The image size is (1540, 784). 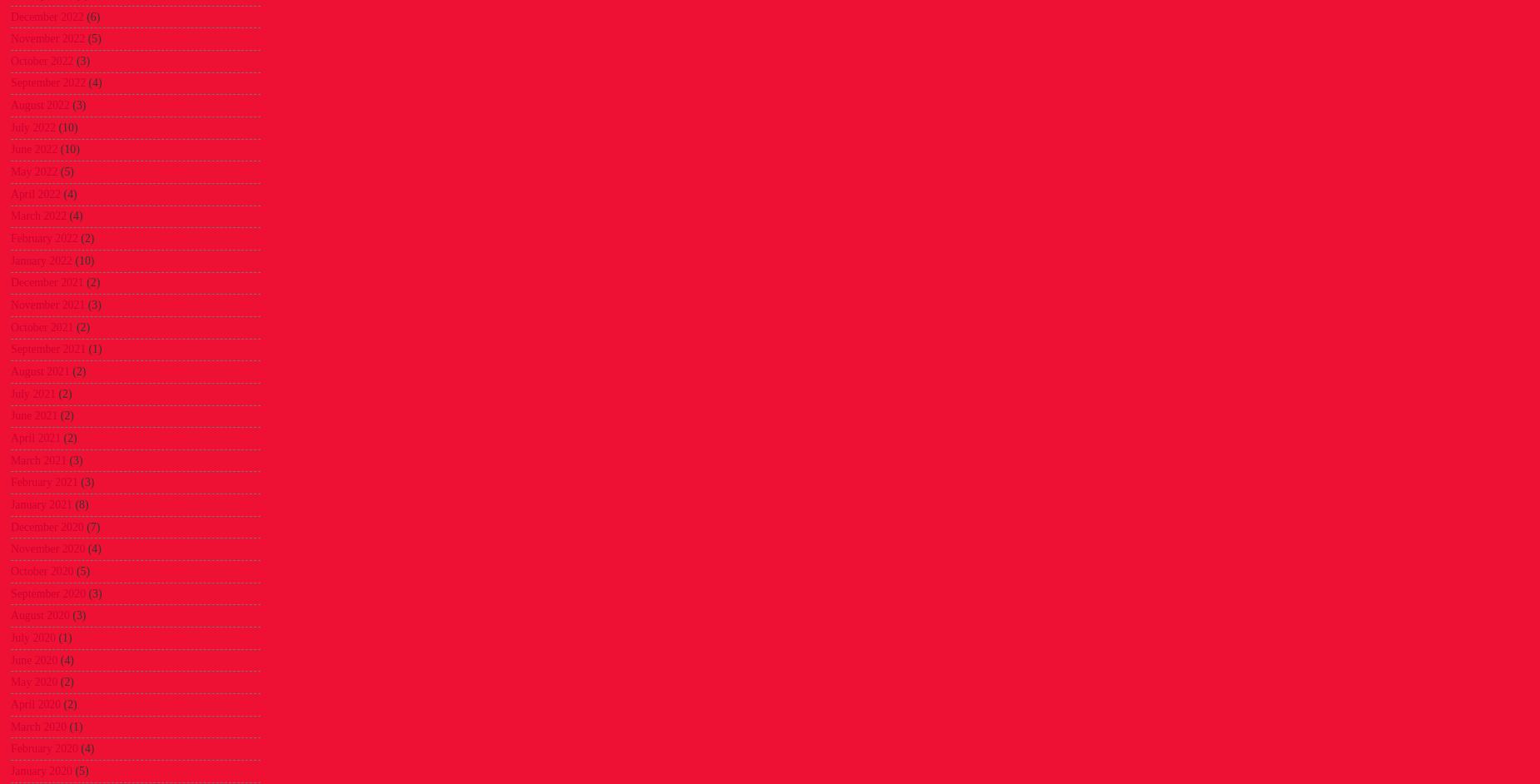 What do you see at coordinates (9, 769) in the screenshot?
I see `'January 2020'` at bounding box center [9, 769].